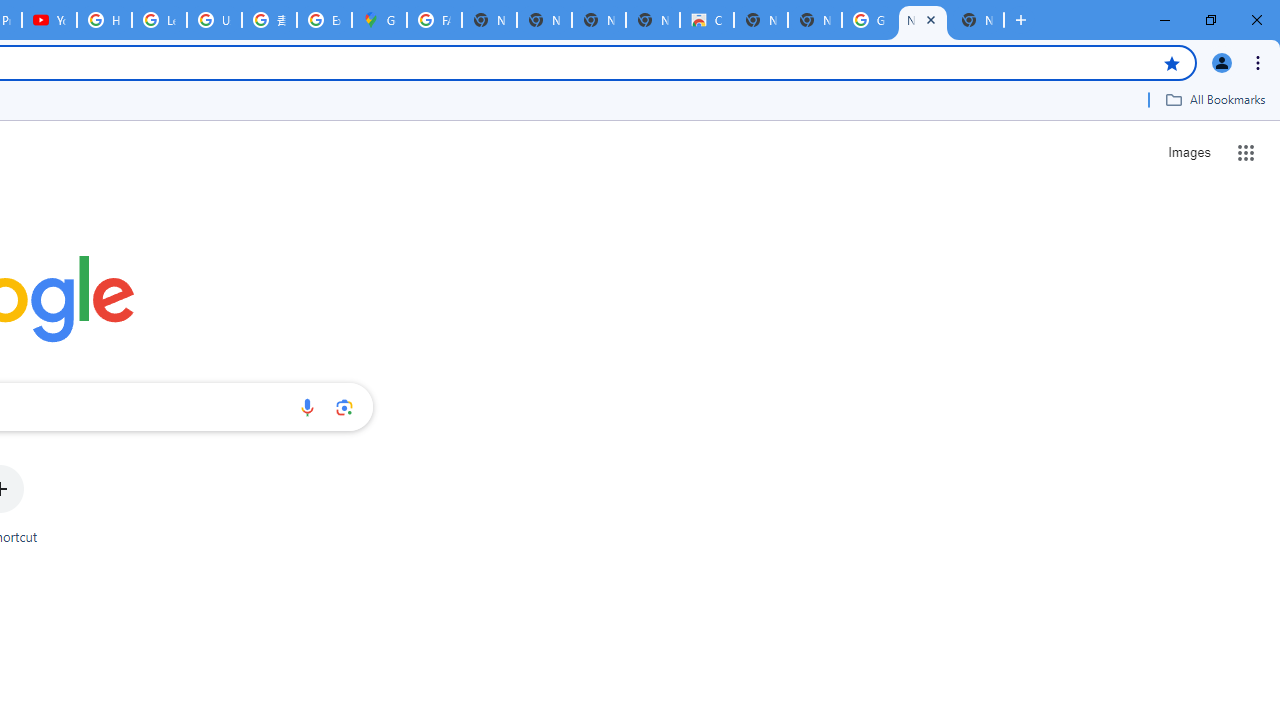  What do you see at coordinates (324, 20) in the screenshot?
I see `'Explore new street-level details - Google Maps Help'` at bounding box center [324, 20].